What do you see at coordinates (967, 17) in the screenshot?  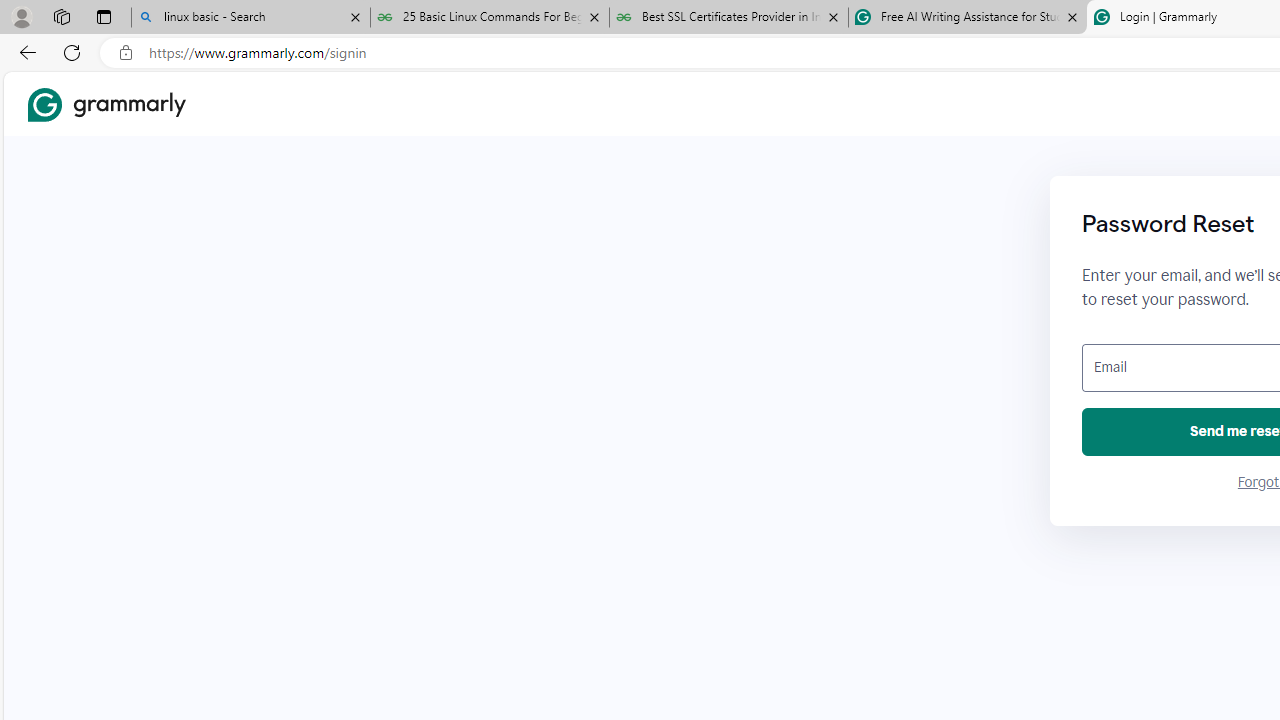 I see `'Free AI Writing Assistance for Students | Grammarly'` at bounding box center [967, 17].